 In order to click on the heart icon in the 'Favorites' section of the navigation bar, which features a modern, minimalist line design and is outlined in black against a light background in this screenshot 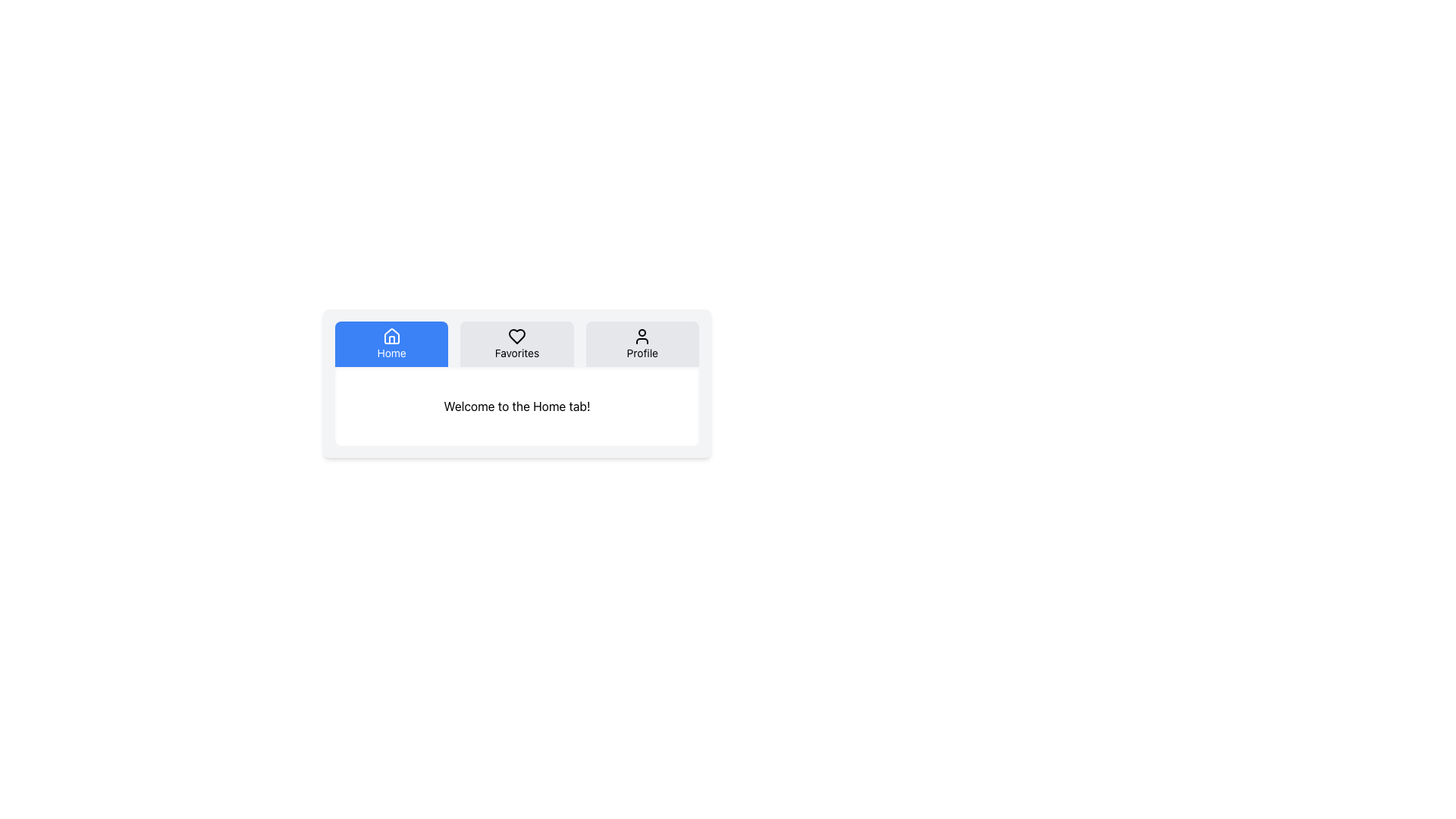, I will do `click(516, 335)`.